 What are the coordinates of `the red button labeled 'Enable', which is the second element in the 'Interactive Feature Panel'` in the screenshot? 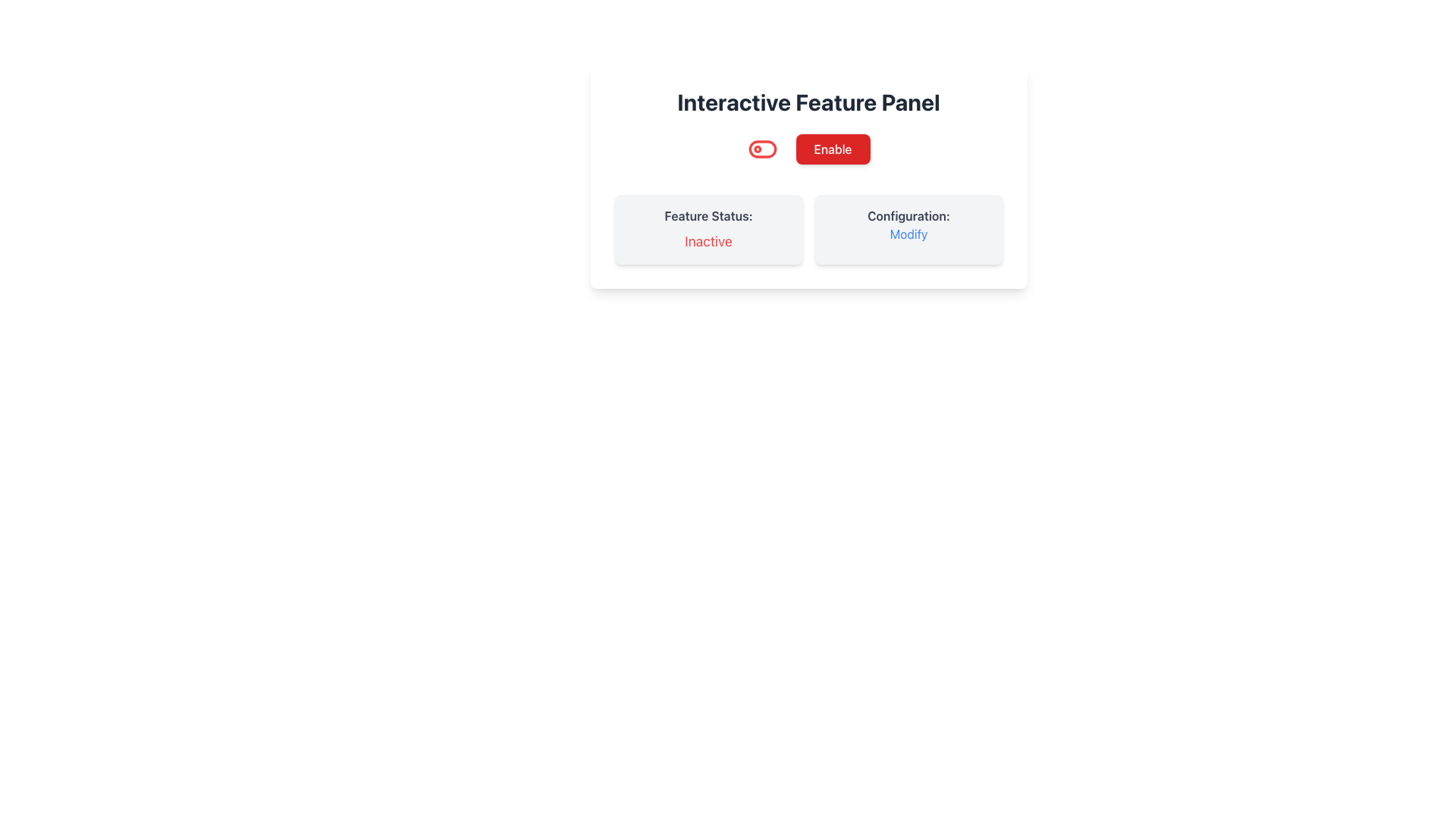 It's located at (808, 149).